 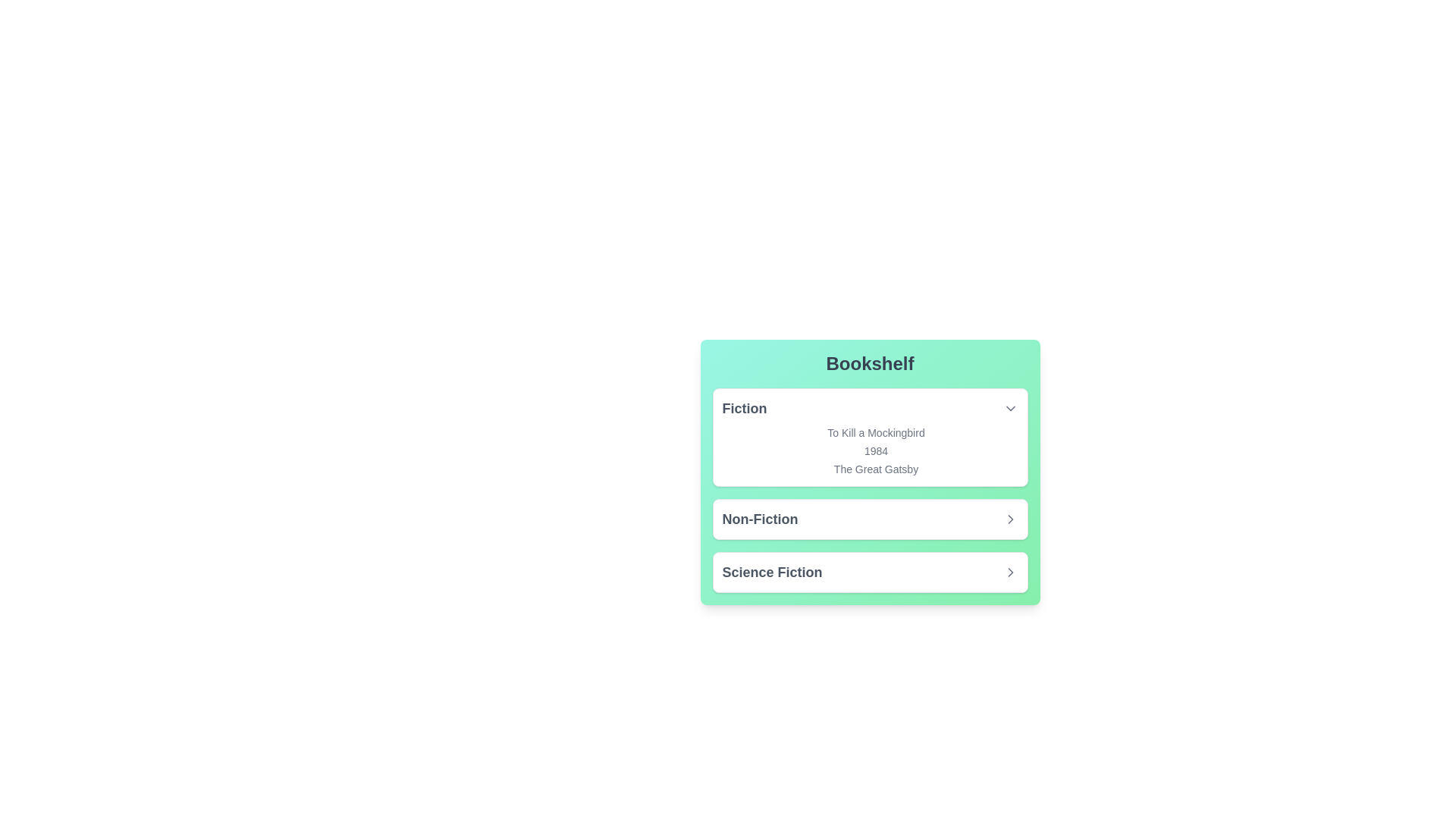 I want to click on the book title The Great Gatsby, so click(x=870, y=468).